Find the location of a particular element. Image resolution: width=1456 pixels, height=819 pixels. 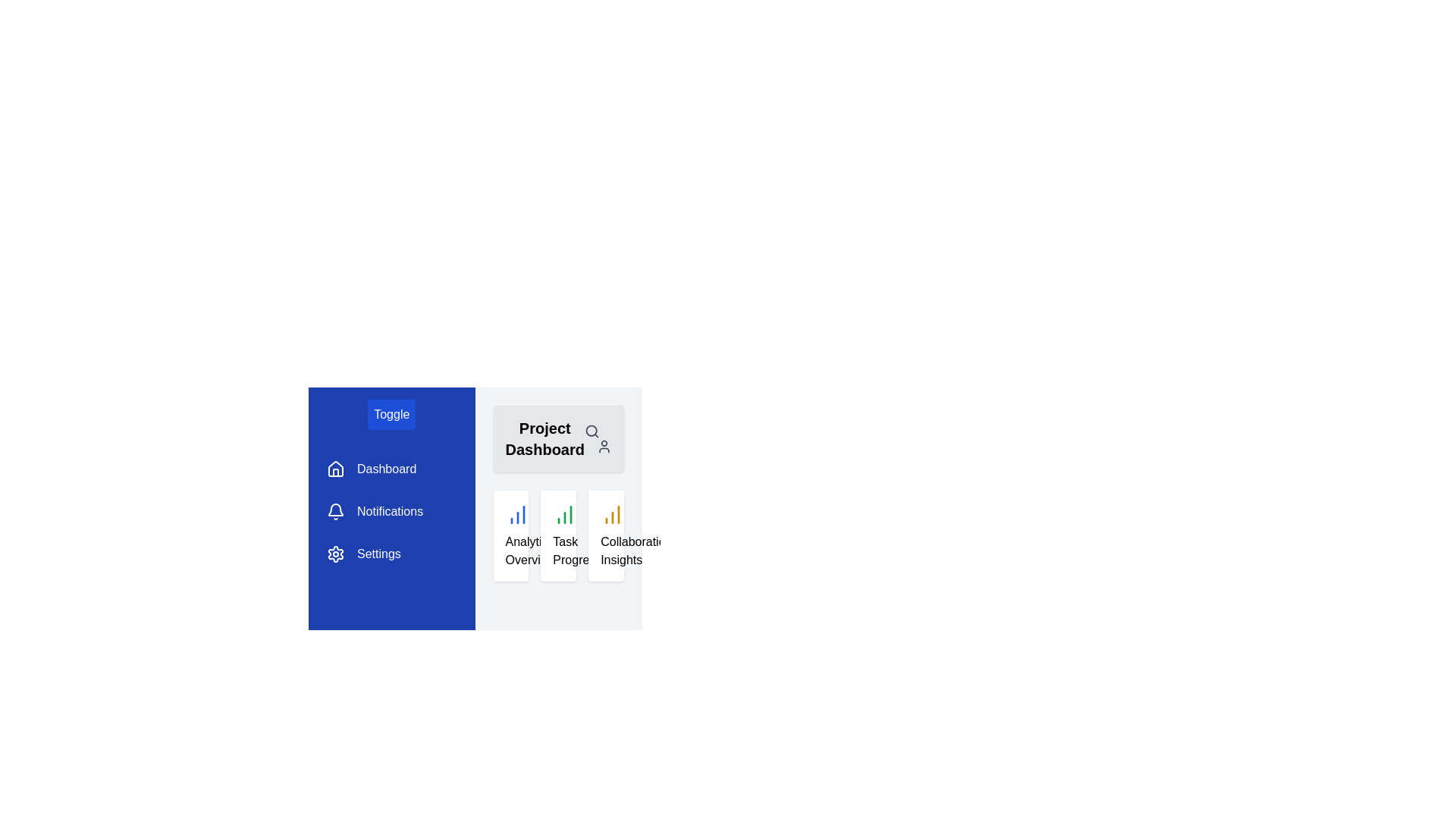

the 'Toggle' button, which is a rectangular button with a rounded blue background located at the top of the vertical navigation sidebar is located at coordinates (391, 415).